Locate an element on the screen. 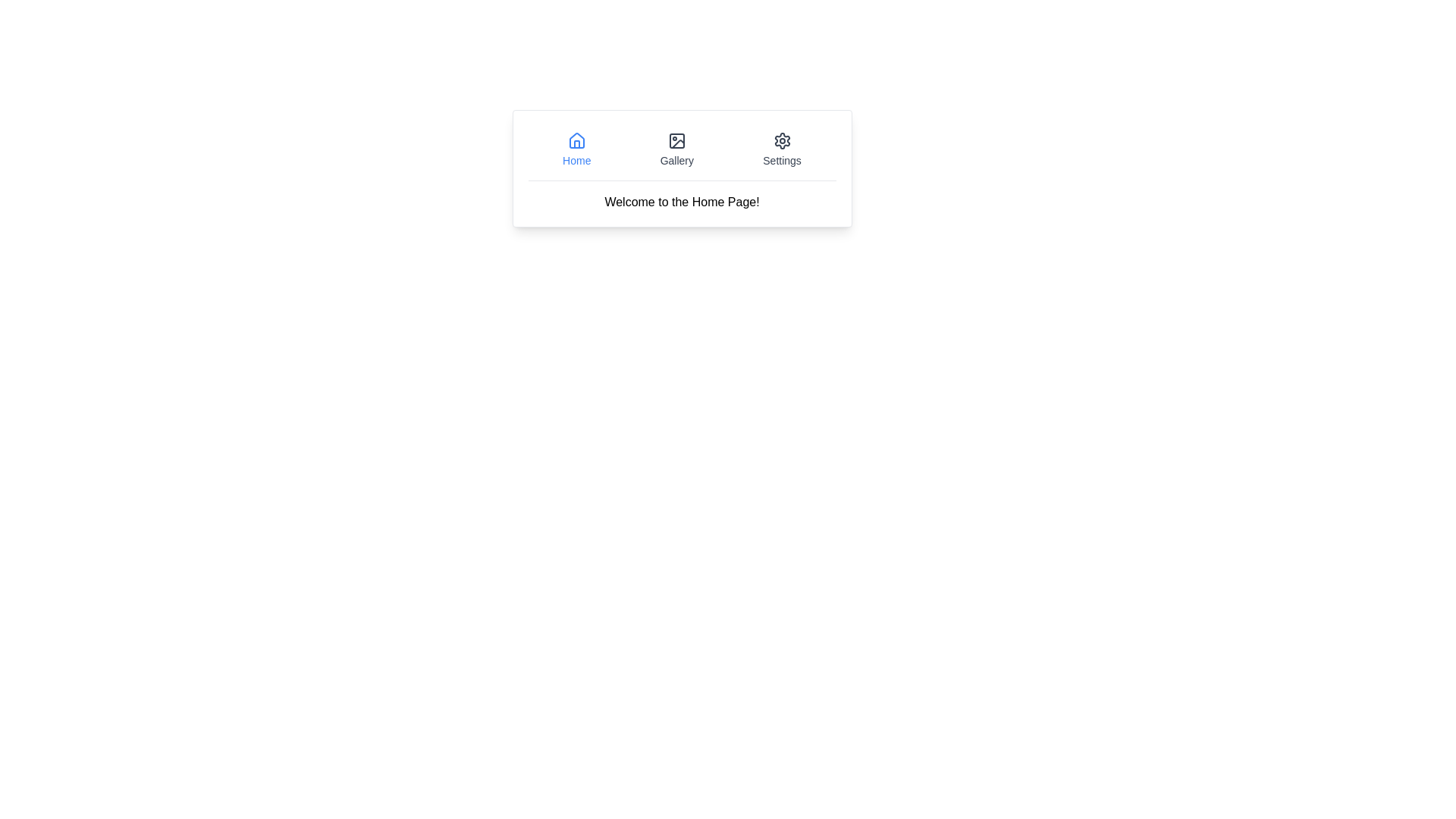 The width and height of the screenshot is (1456, 819). the second button in the horizontal navigation bar is located at coordinates (676, 149).